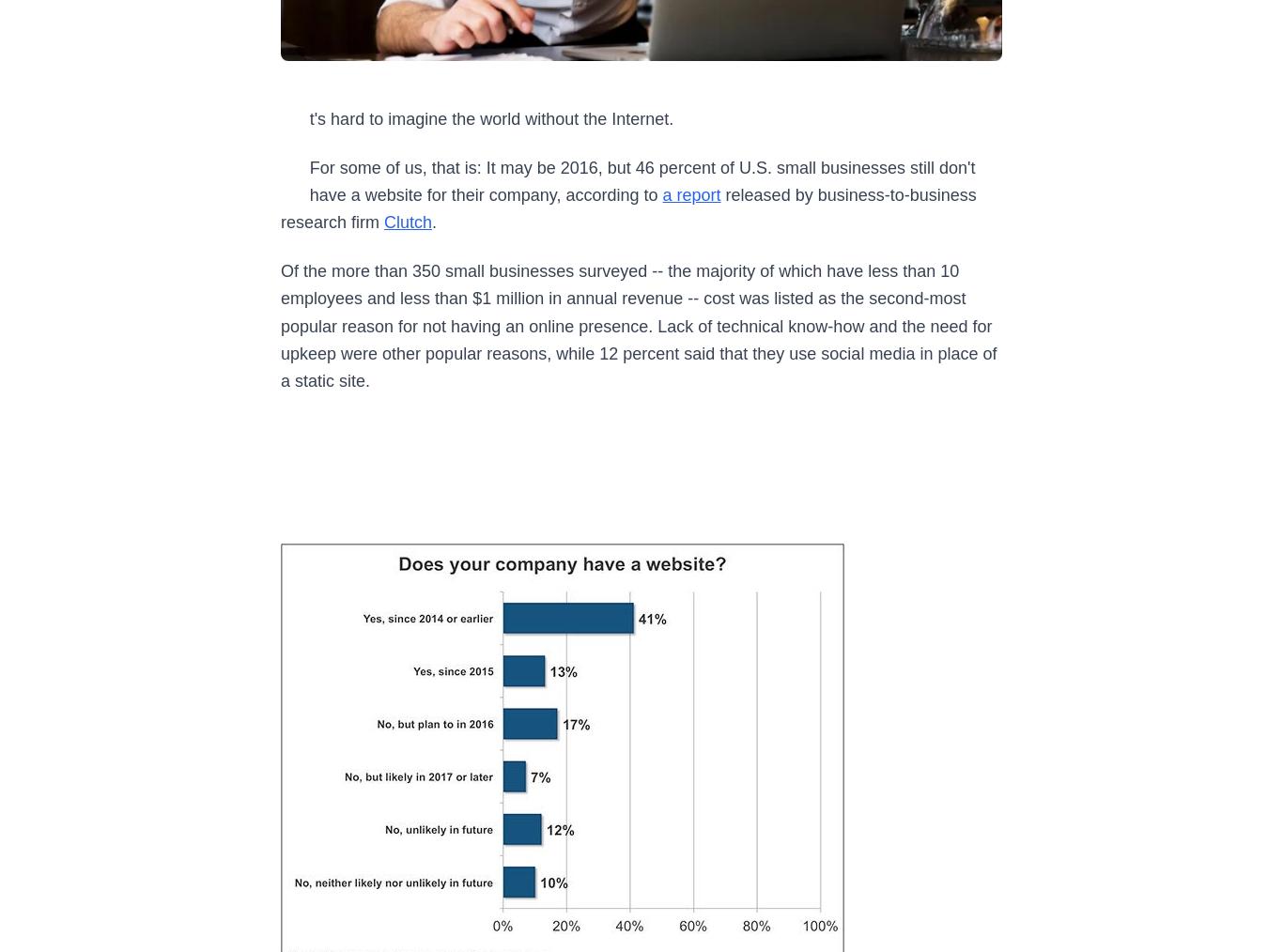 The image size is (1283, 952). What do you see at coordinates (215, 791) in the screenshot?
I see `'Sign up for our free Daily newsletter'` at bounding box center [215, 791].